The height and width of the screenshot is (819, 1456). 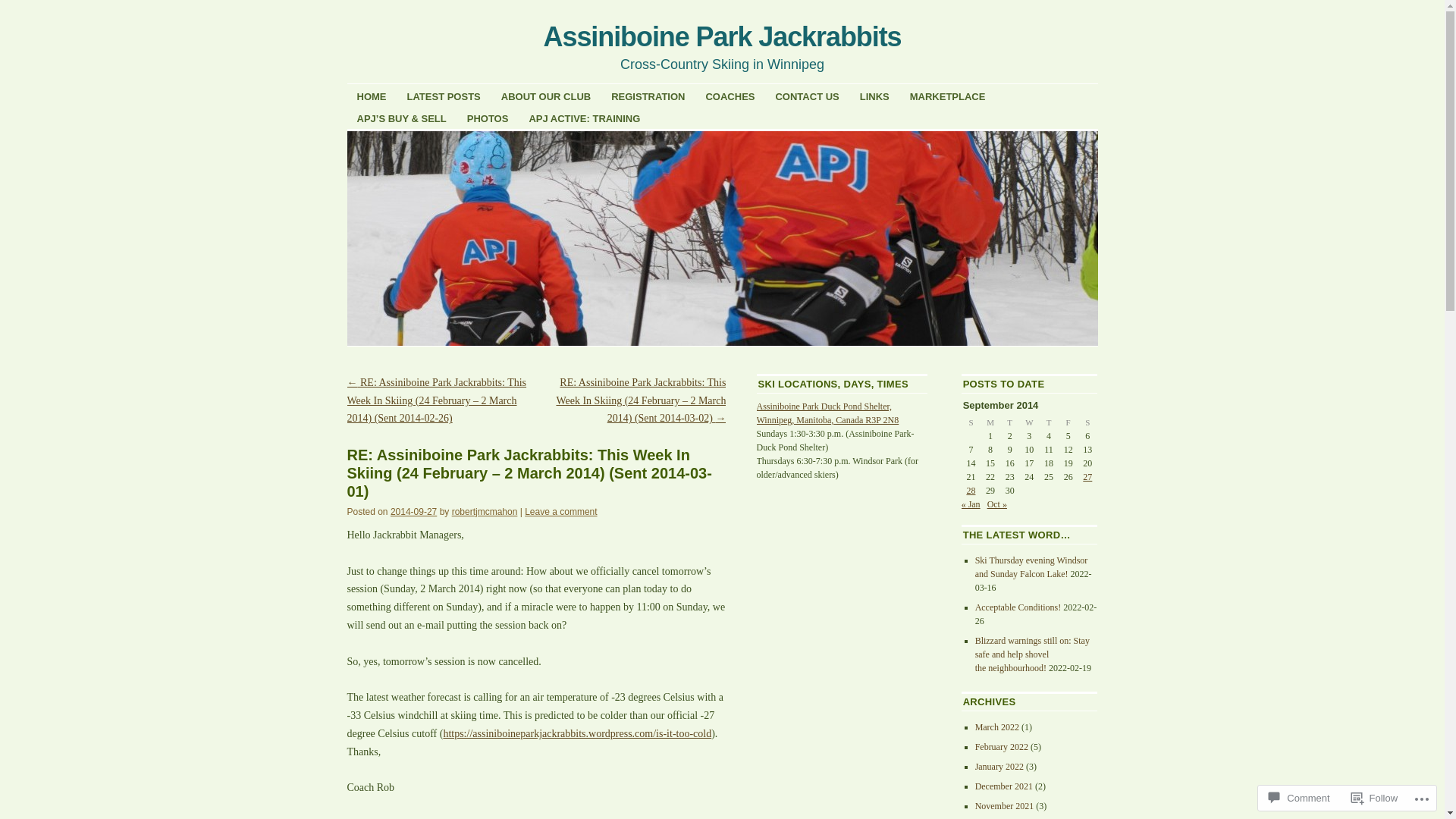 I want to click on 'PHOTOS', so click(x=488, y=117).